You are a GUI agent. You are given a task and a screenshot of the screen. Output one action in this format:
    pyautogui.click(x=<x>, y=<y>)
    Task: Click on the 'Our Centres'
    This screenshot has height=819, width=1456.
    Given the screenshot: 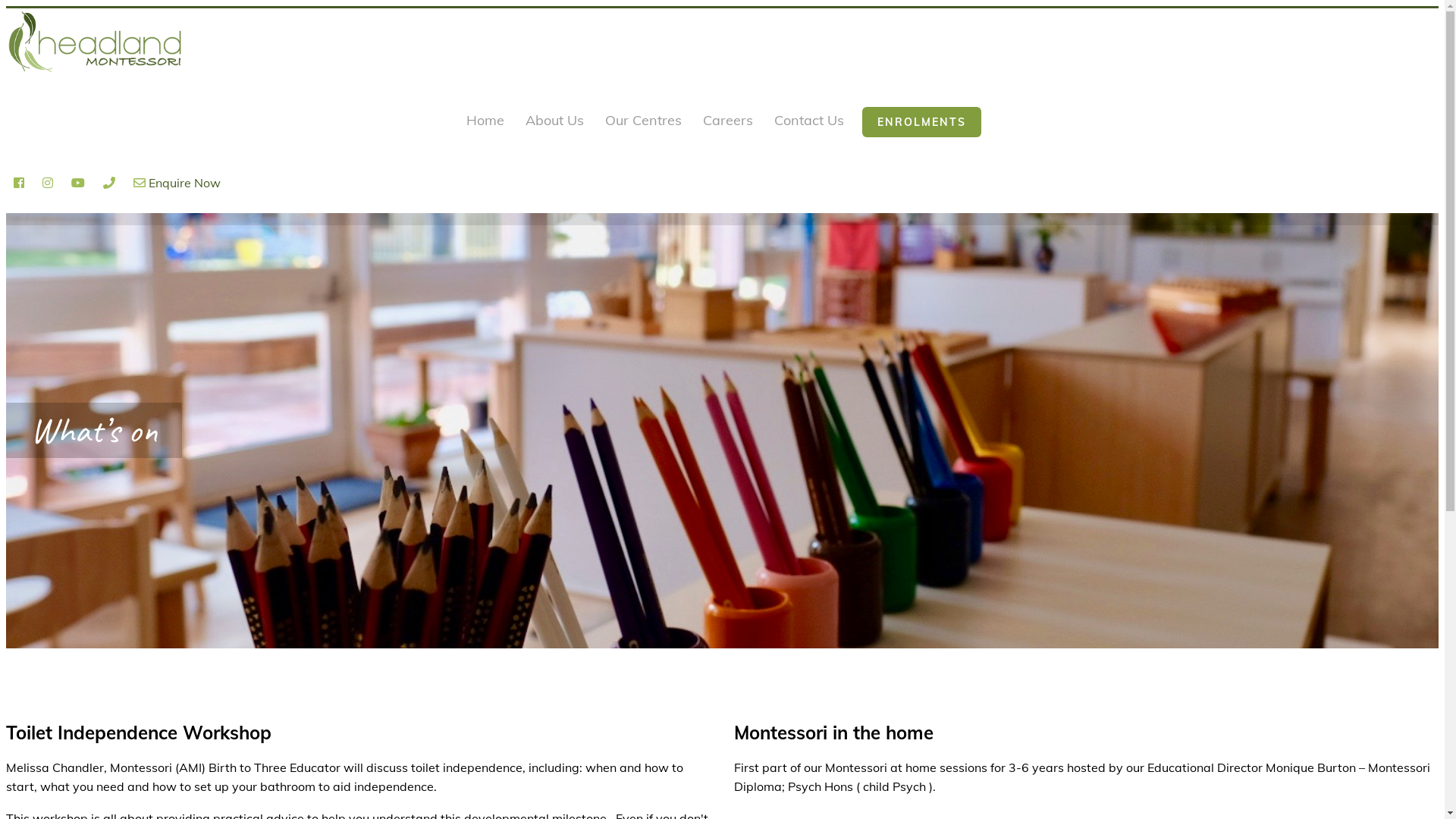 What is the action you would take?
    pyautogui.click(x=601, y=121)
    